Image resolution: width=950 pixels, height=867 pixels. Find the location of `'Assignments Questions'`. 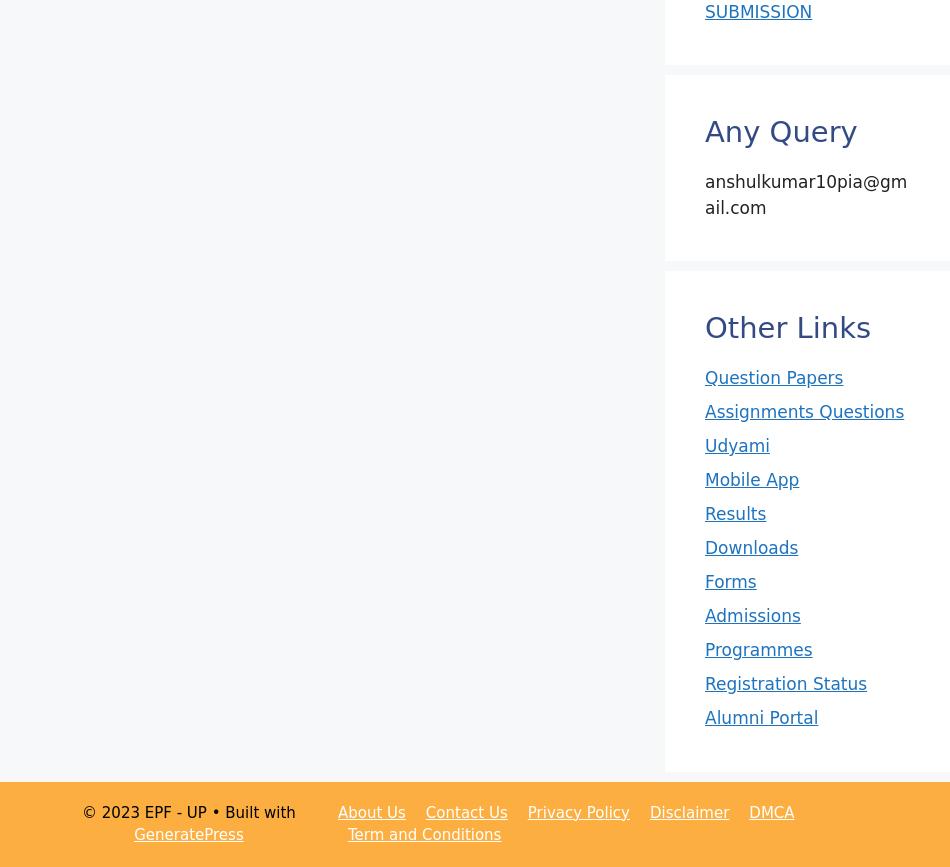

'Assignments Questions' is located at coordinates (803, 411).